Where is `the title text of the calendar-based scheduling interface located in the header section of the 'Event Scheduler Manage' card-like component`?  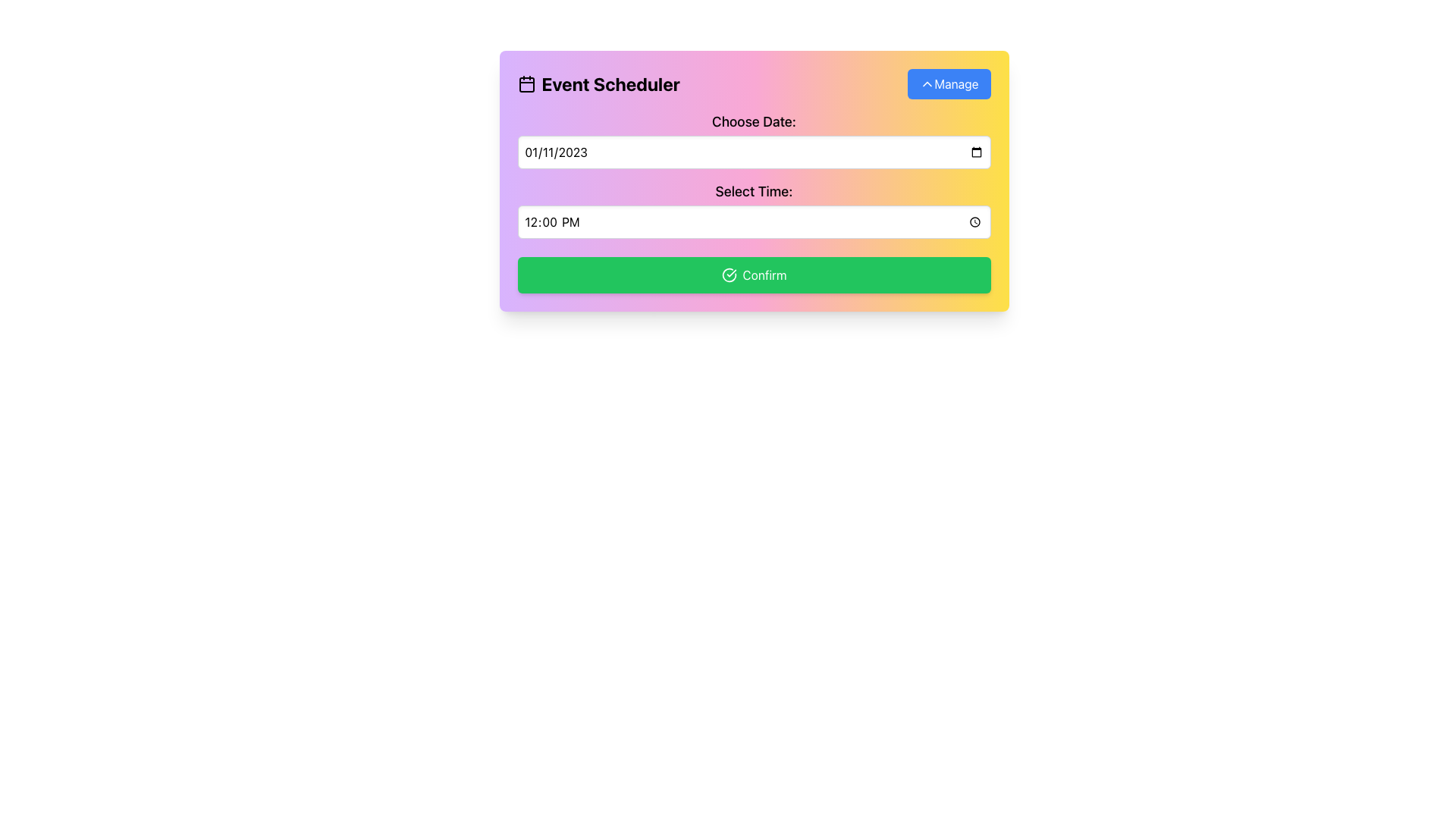
the title text of the calendar-based scheduling interface located in the header section of the 'Event Scheduler Manage' card-like component is located at coordinates (598, 84).